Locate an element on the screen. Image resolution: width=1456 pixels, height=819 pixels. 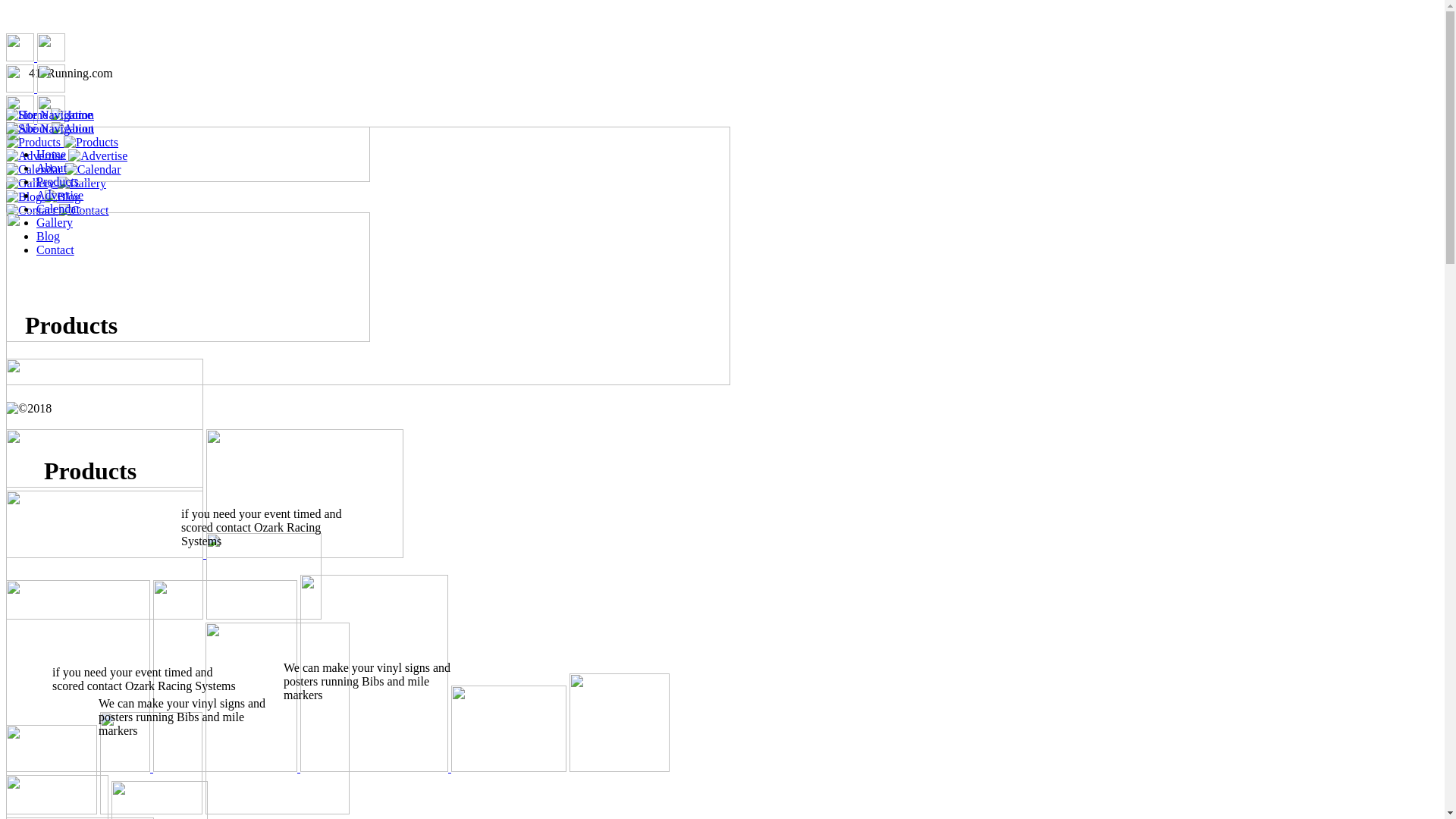
'Home' is located at coordinates (51, 154).